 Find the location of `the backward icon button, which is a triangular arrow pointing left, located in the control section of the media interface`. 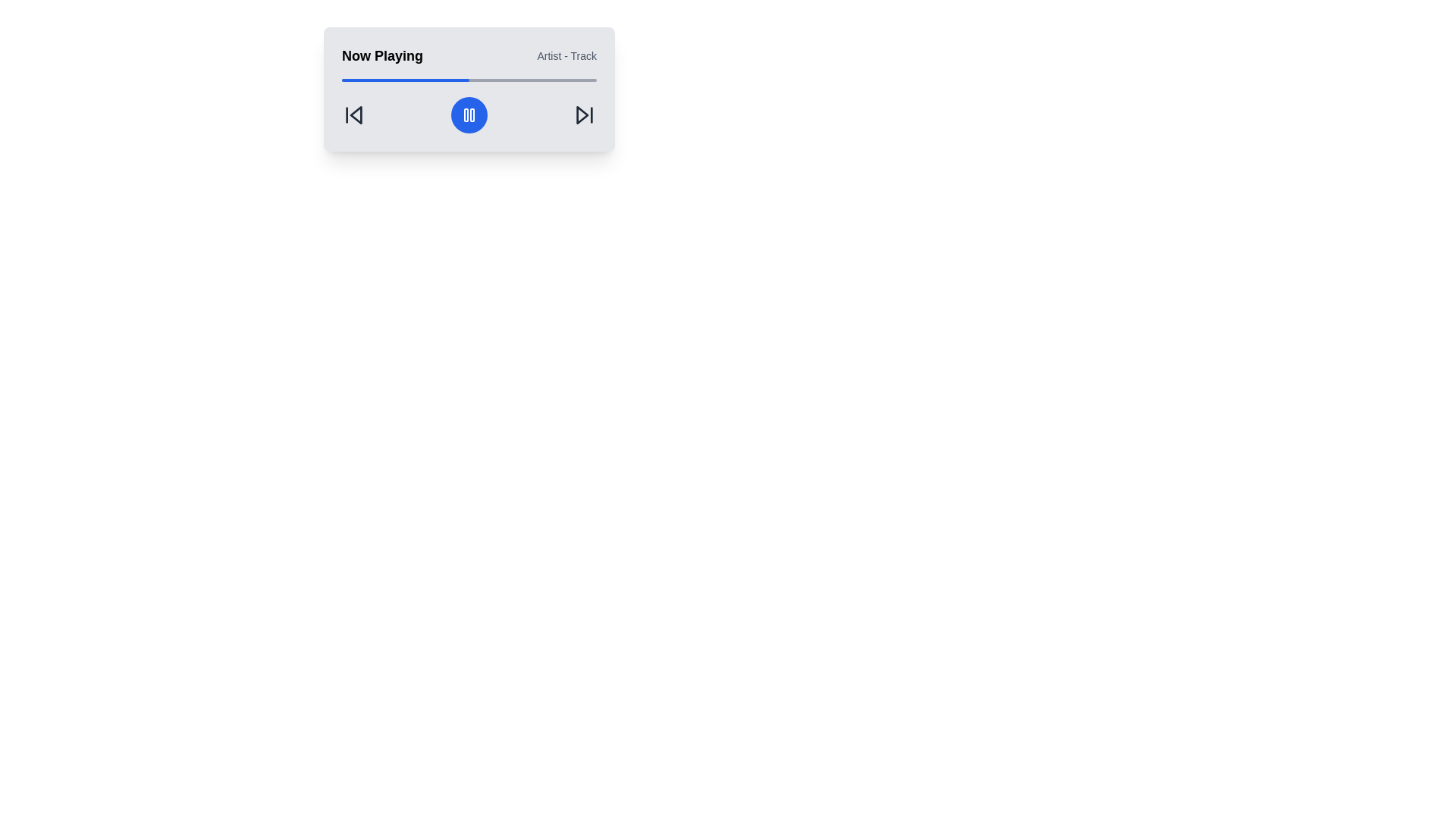

the backward icon button, which is a triangular arrow pointing left, located in the control section of the media interface is located at coordinates (353, 114).